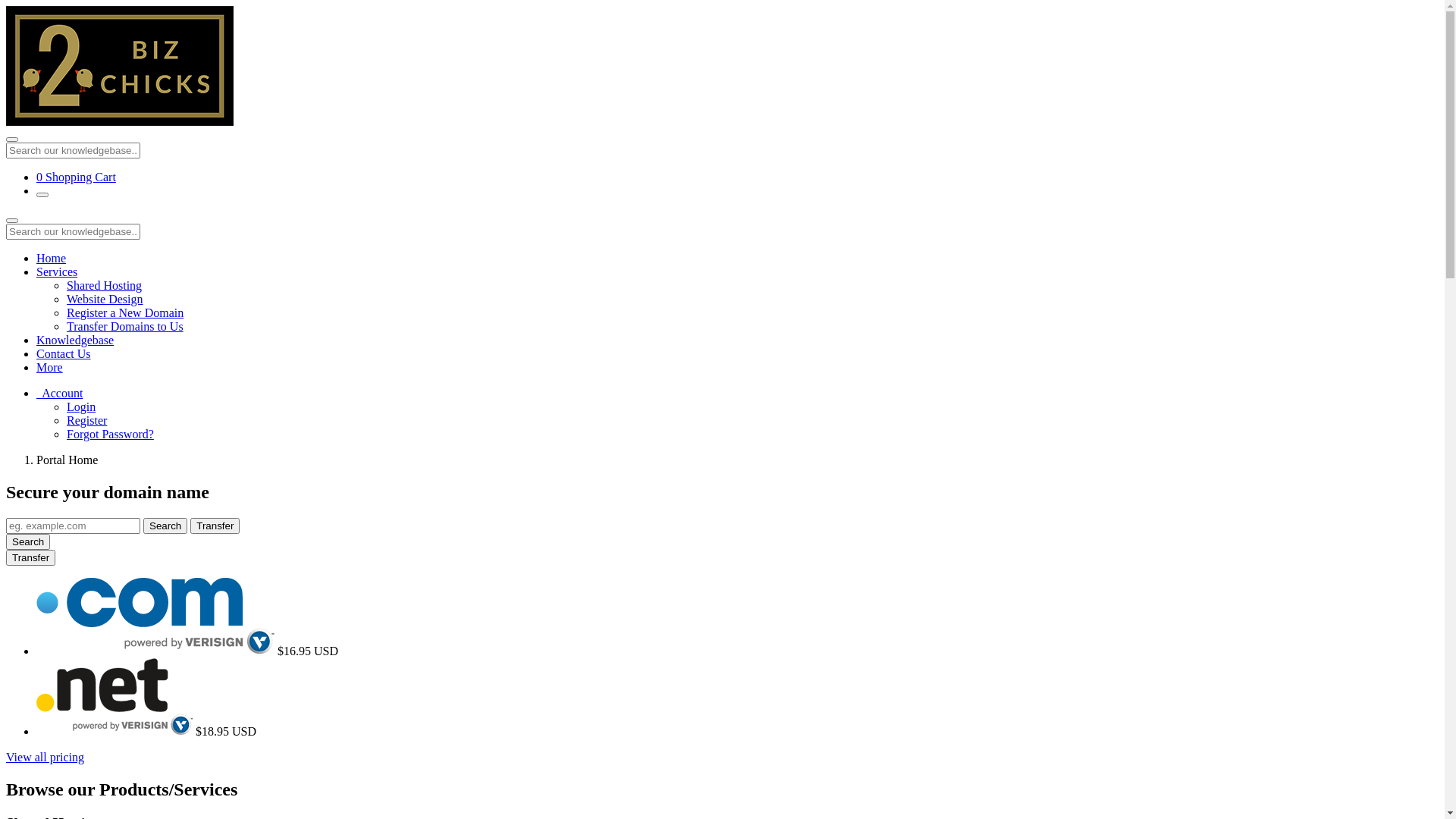 Image resolution: width=1456 pixels, height=819 pixels. I want to click on 'More', so click(49, 367).